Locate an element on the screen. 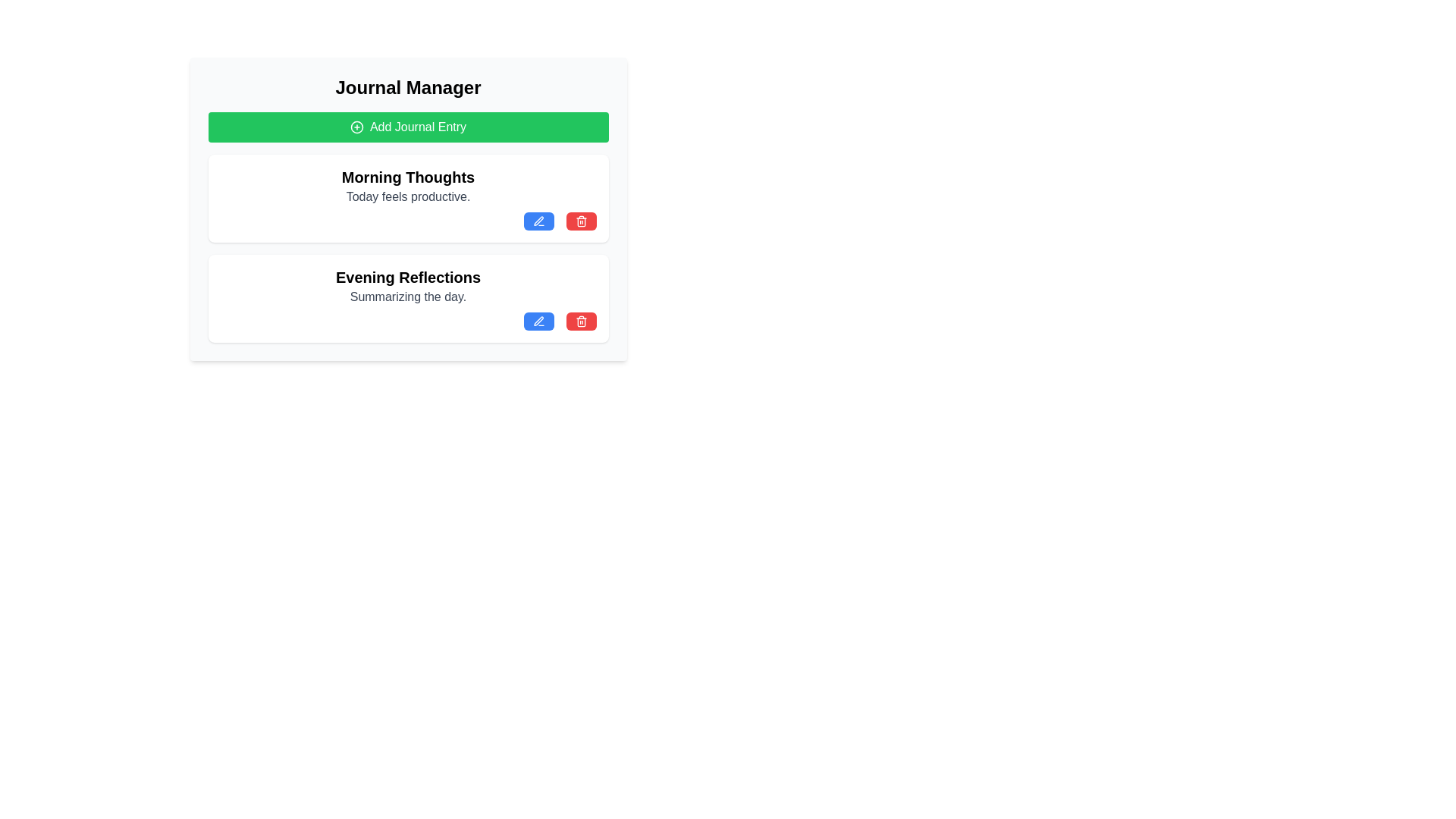 This screenshot has height=819, width=1456. the text label reading 'Today feels productive.' which is located beneath the heading 'Morning Thoughts' in a card layout is located at coordinates (408, 196).